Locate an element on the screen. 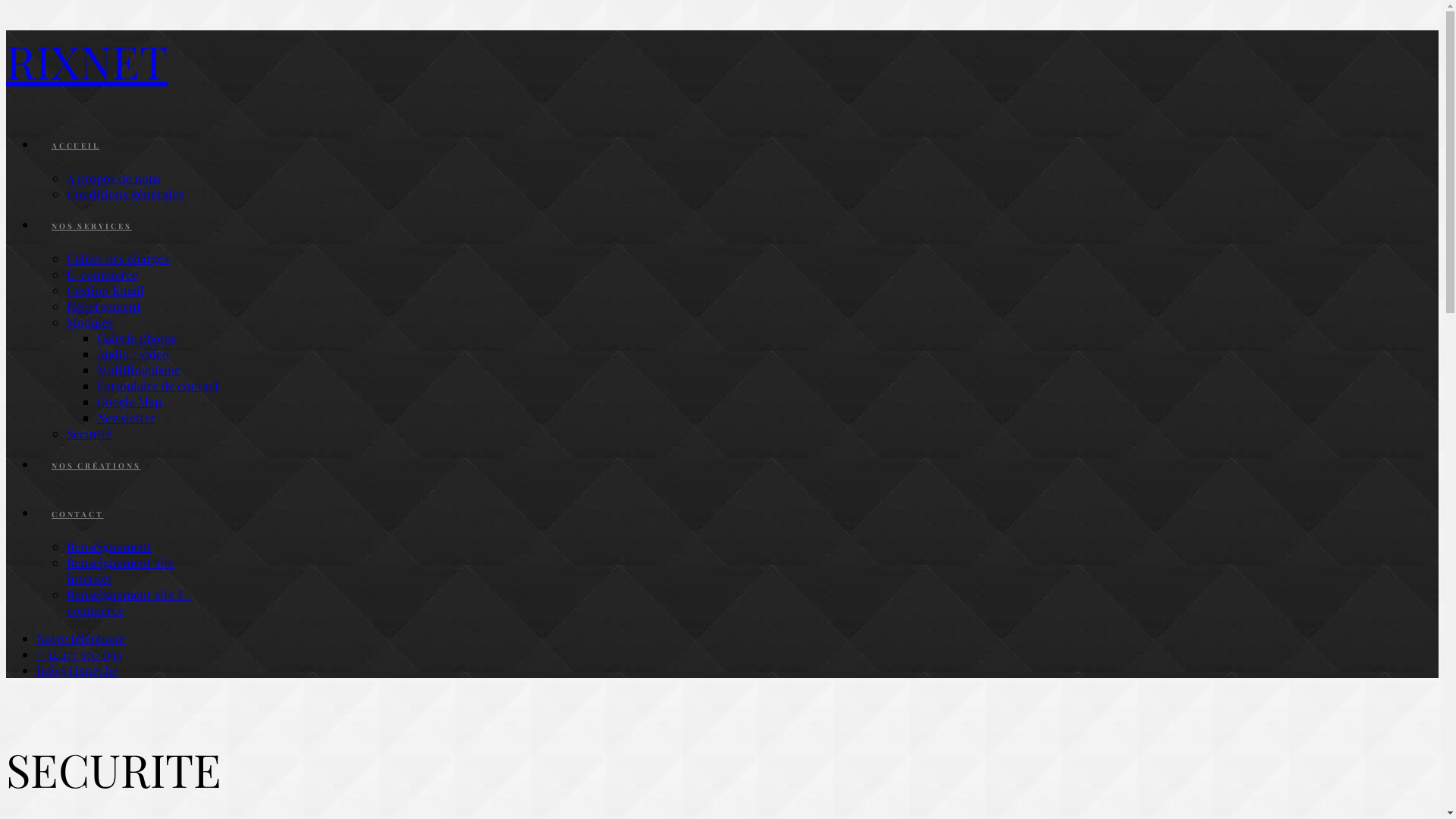 This screenshot has width=1456, height=819. 'info@rixnet.be' is located at coordinates (76, 669).